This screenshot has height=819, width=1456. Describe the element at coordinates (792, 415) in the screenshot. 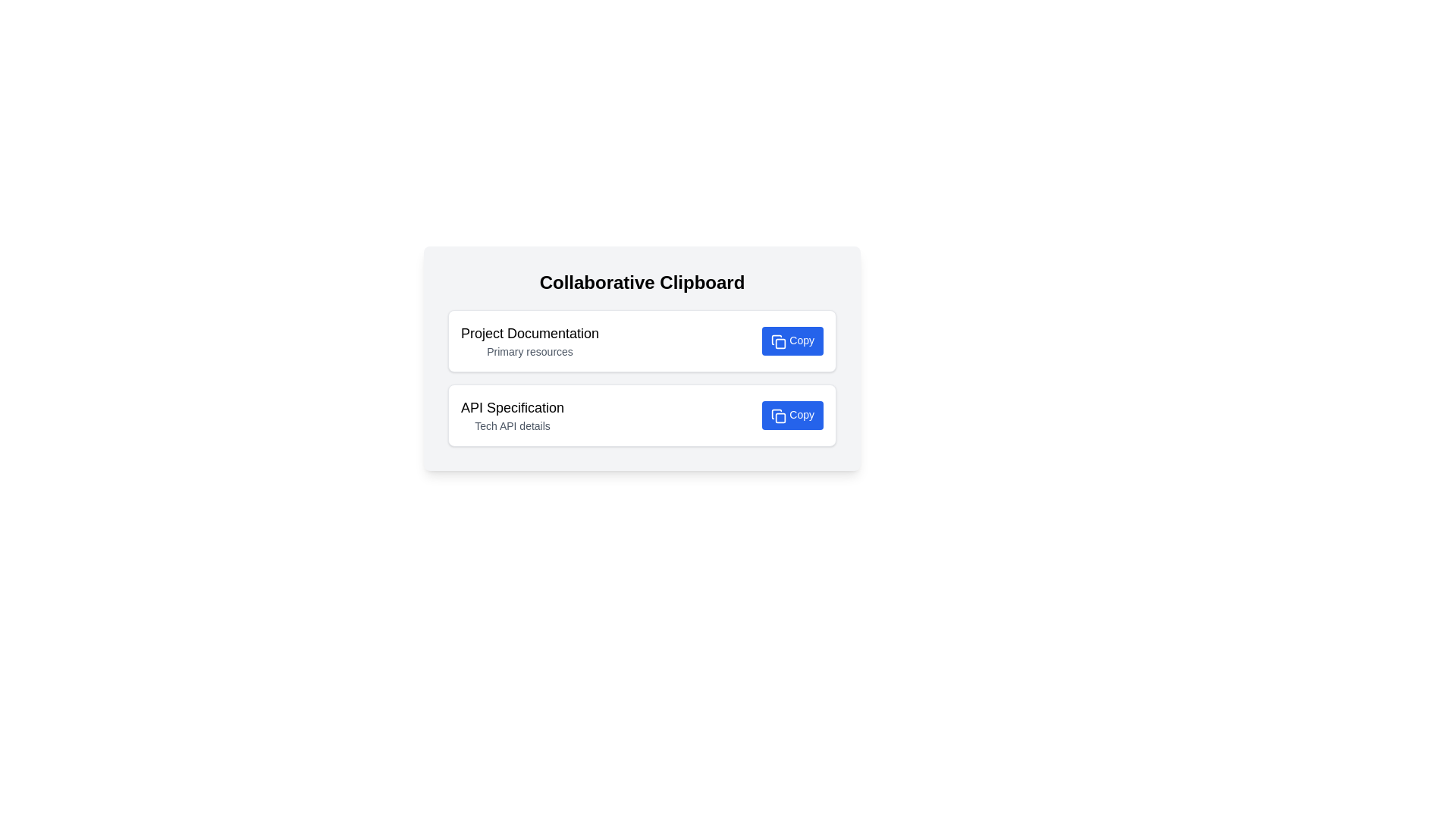

I see `the 'Copy' button with a blue background and white text, located within the 'API Specification' card to copy the associated content` at that location.